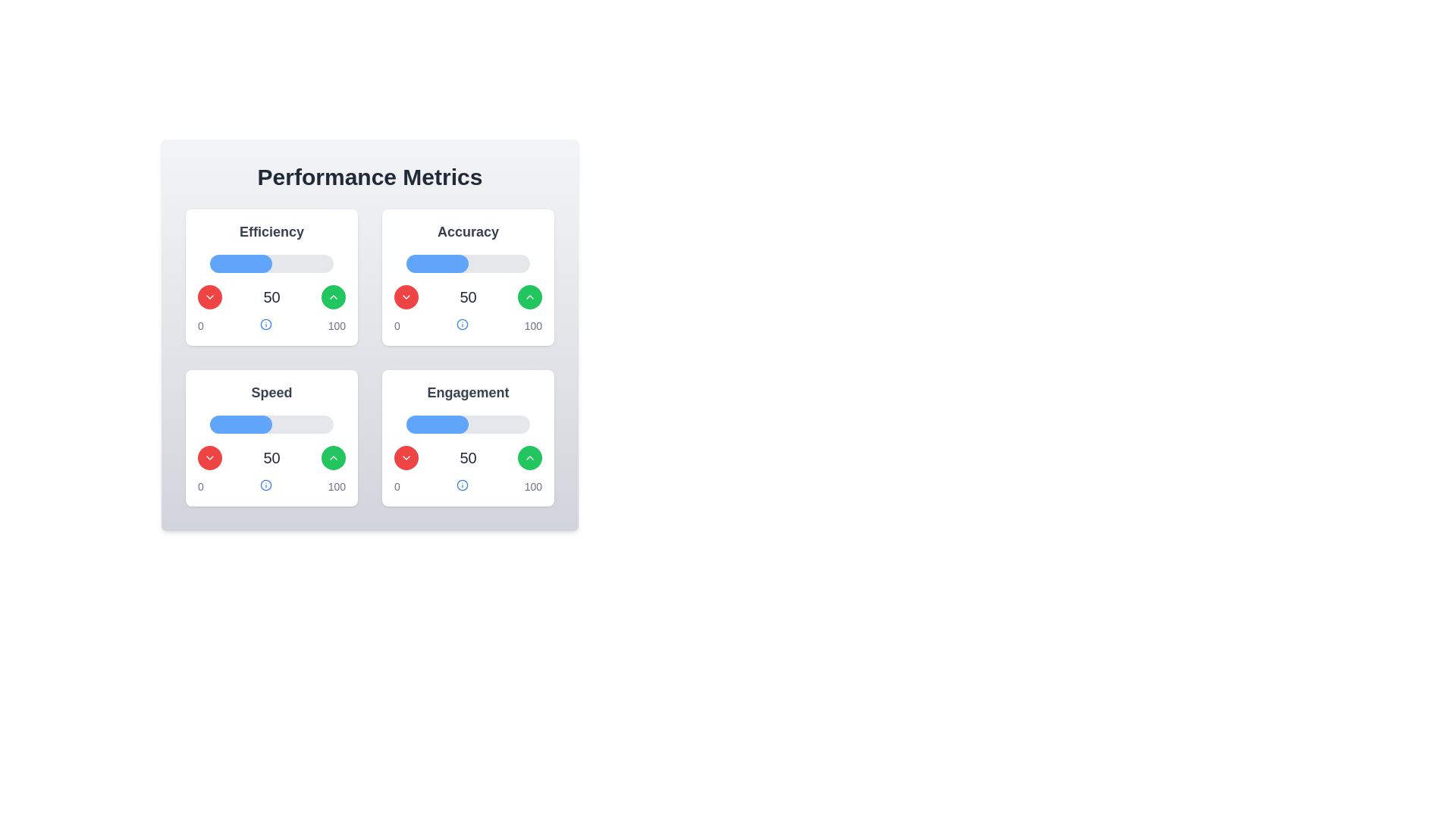 The image size is (1456, 819). I want to click on the progress bar located in the 'Engagement' card, positioned below the title 'Engagement' and above the numerical value '50', so click(467, 424).